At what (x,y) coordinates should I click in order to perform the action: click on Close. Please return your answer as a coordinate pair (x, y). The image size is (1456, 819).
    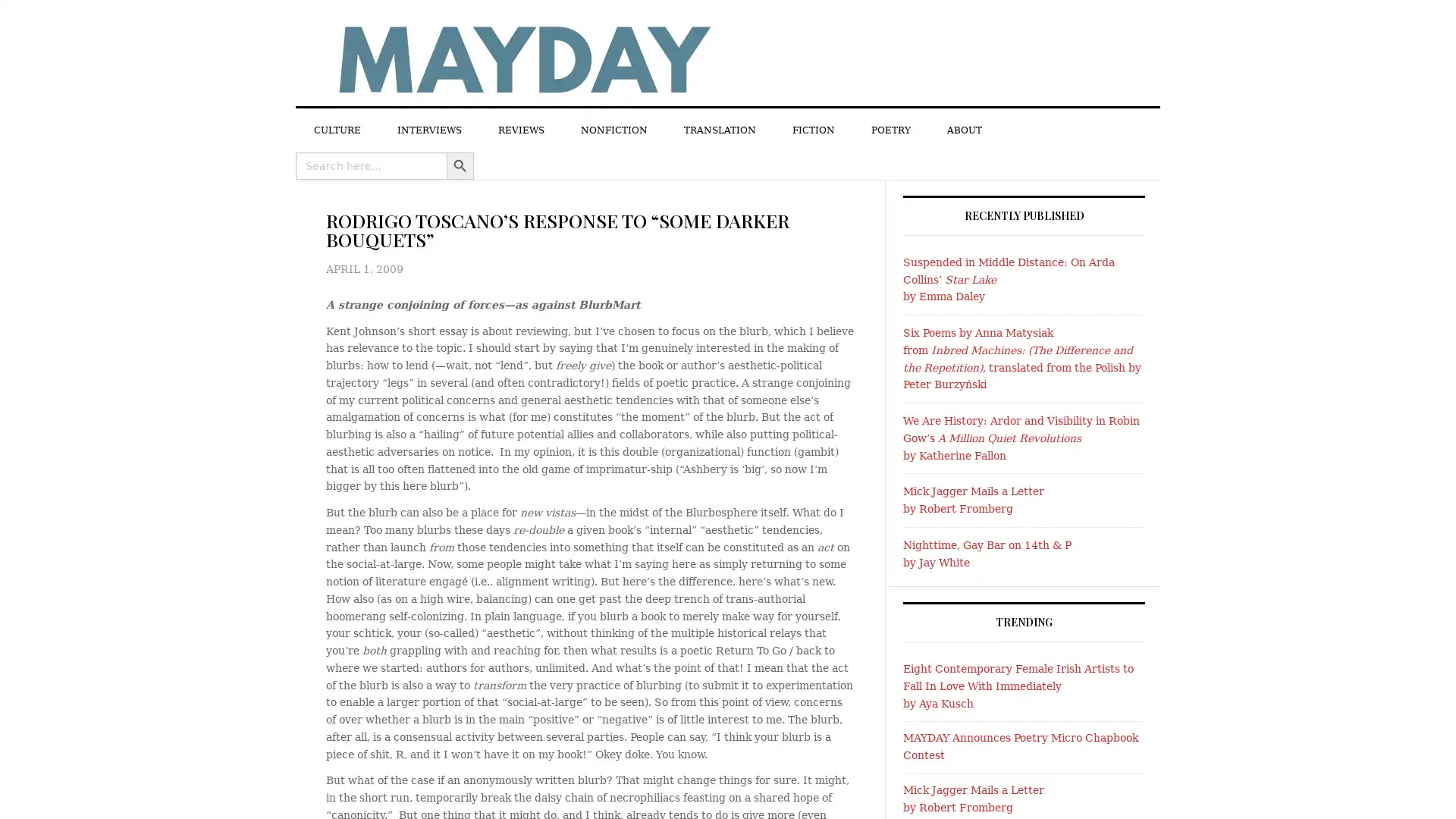
    Looking at the image, I should click on (815, 344).